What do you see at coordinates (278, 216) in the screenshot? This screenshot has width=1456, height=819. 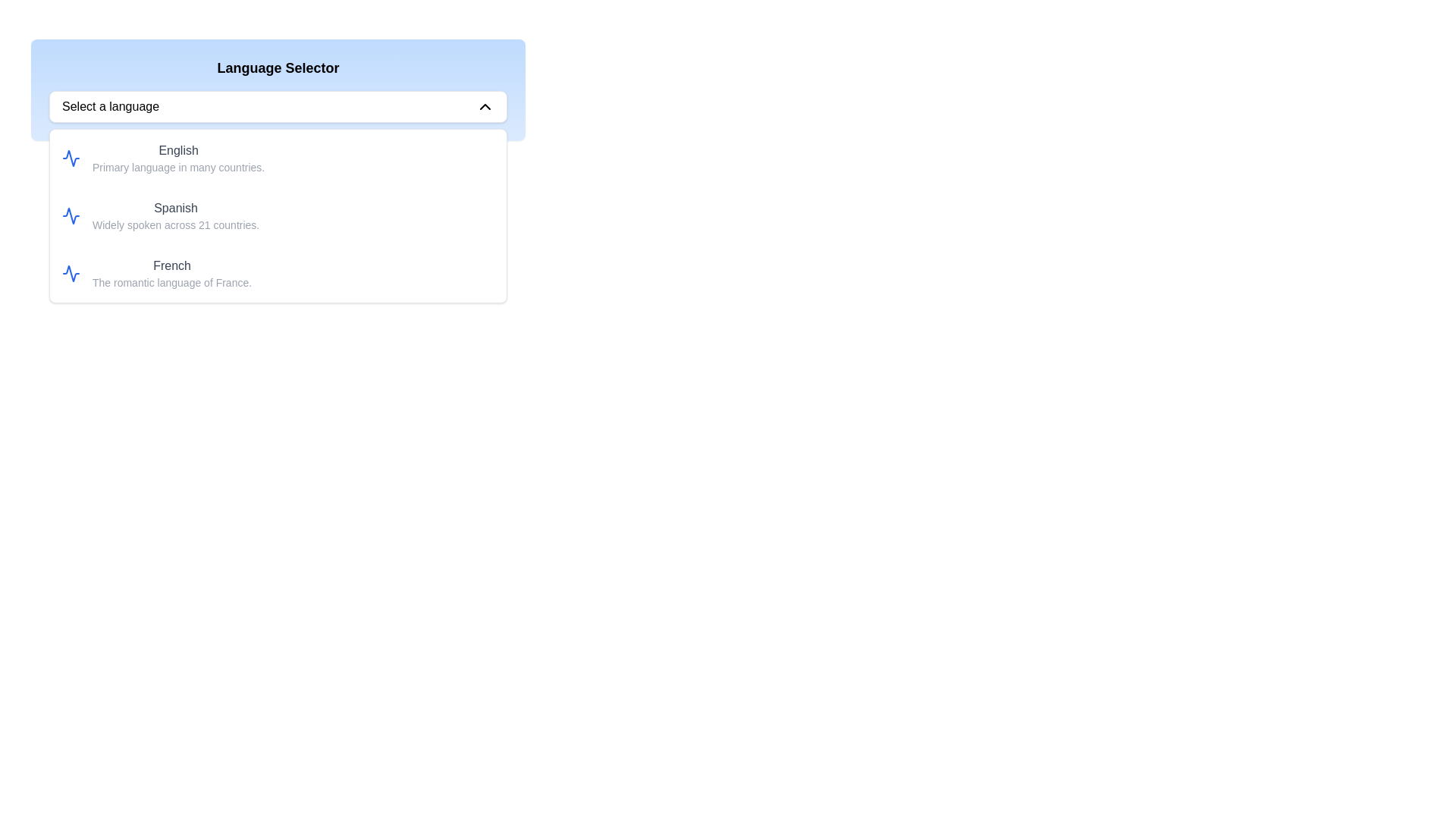 I see `the list item displaying 'Spanish' in the dropdown menu titled 'Language Selector'` at bounding box center [278, 216].